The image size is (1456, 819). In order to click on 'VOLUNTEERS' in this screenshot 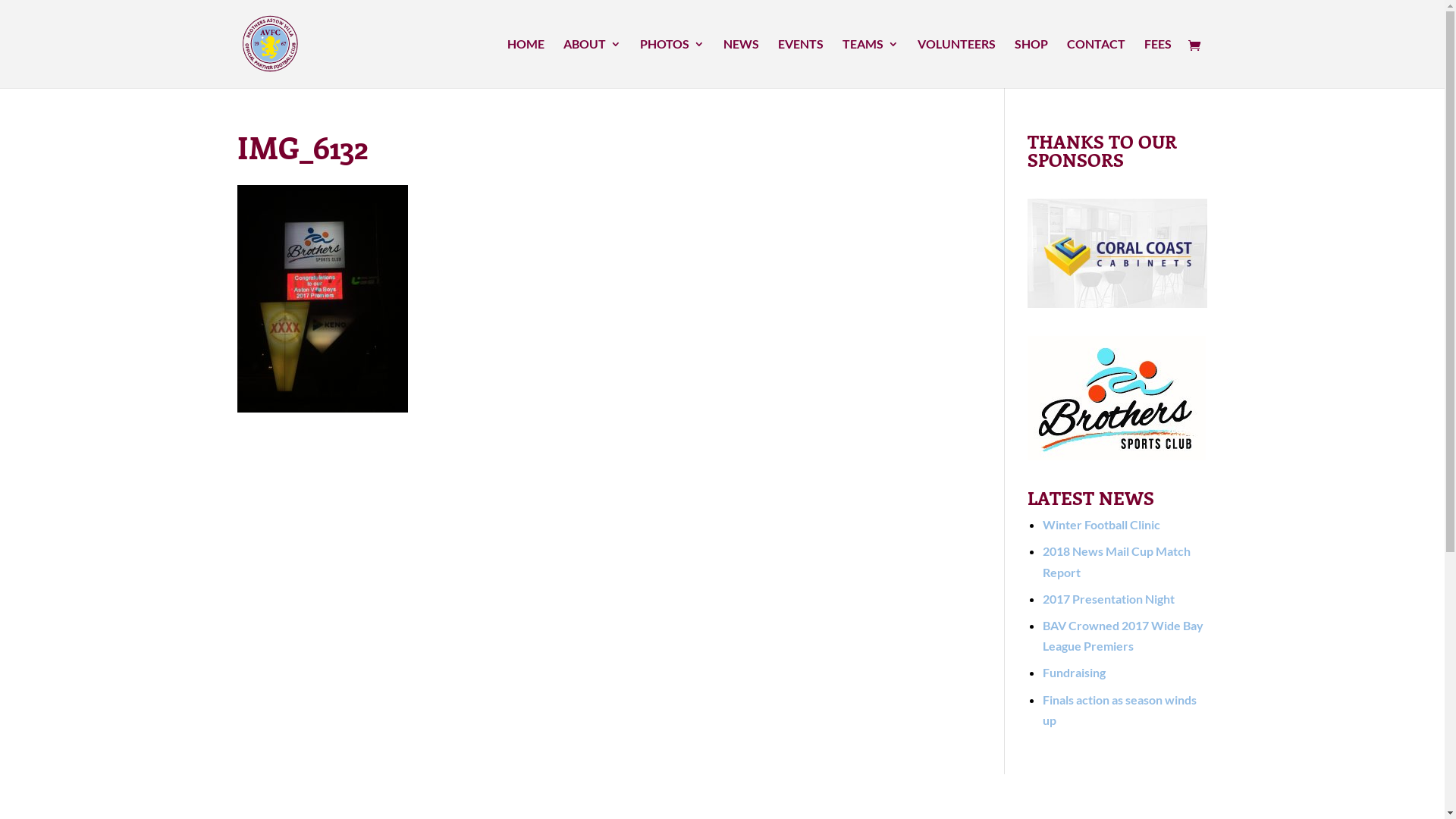, I will do `click(955, 62)`.